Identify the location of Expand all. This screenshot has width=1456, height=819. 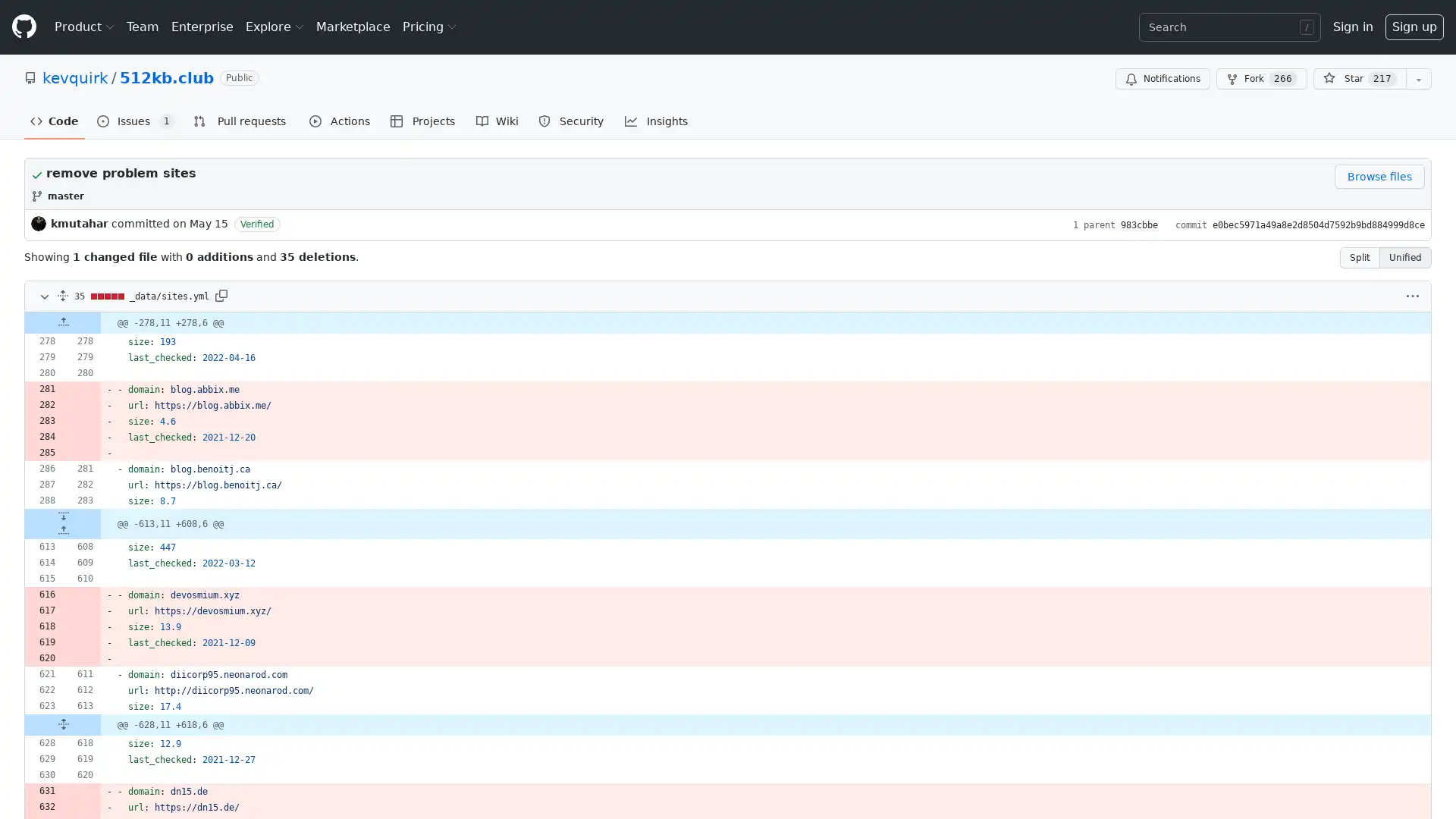
(61, 295).